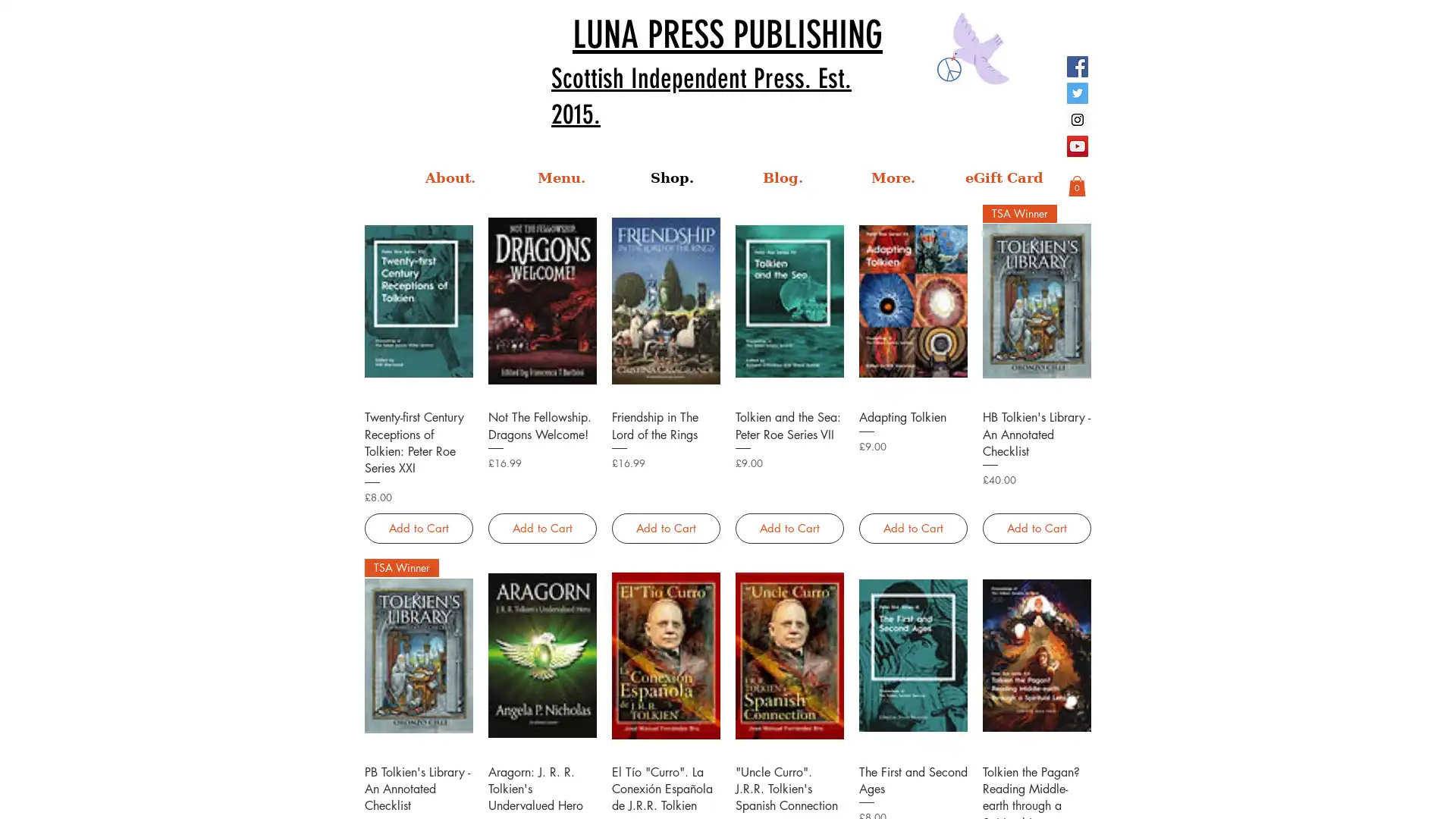 The height and width of the screenshot is (819, 1456). What do you see at coordinates (912, 770) in the screenshot?
I see `Quick View` at bounding box center [912, 770].